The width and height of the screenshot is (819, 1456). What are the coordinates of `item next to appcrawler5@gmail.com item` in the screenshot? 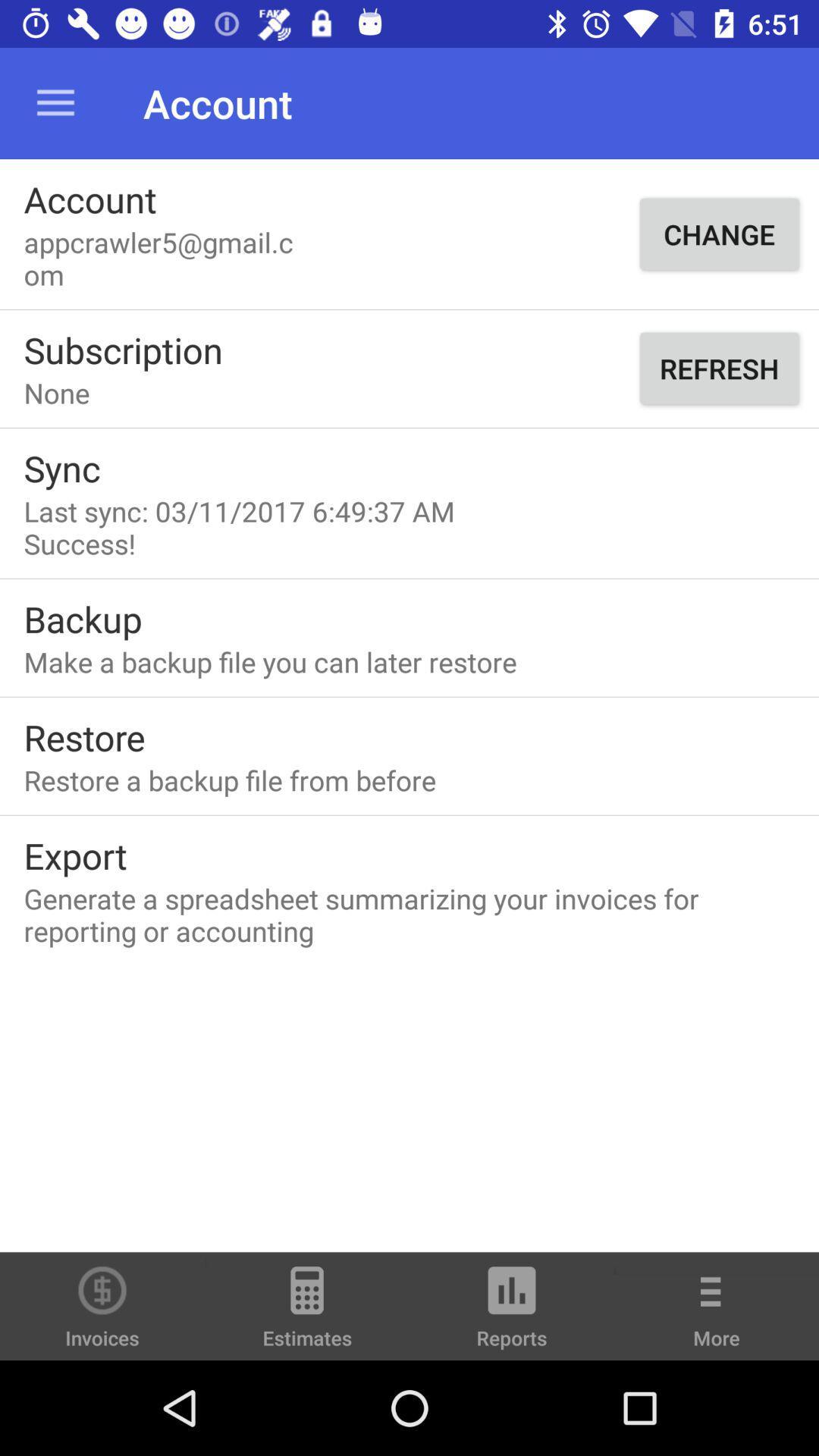 It's located at (718, 233).